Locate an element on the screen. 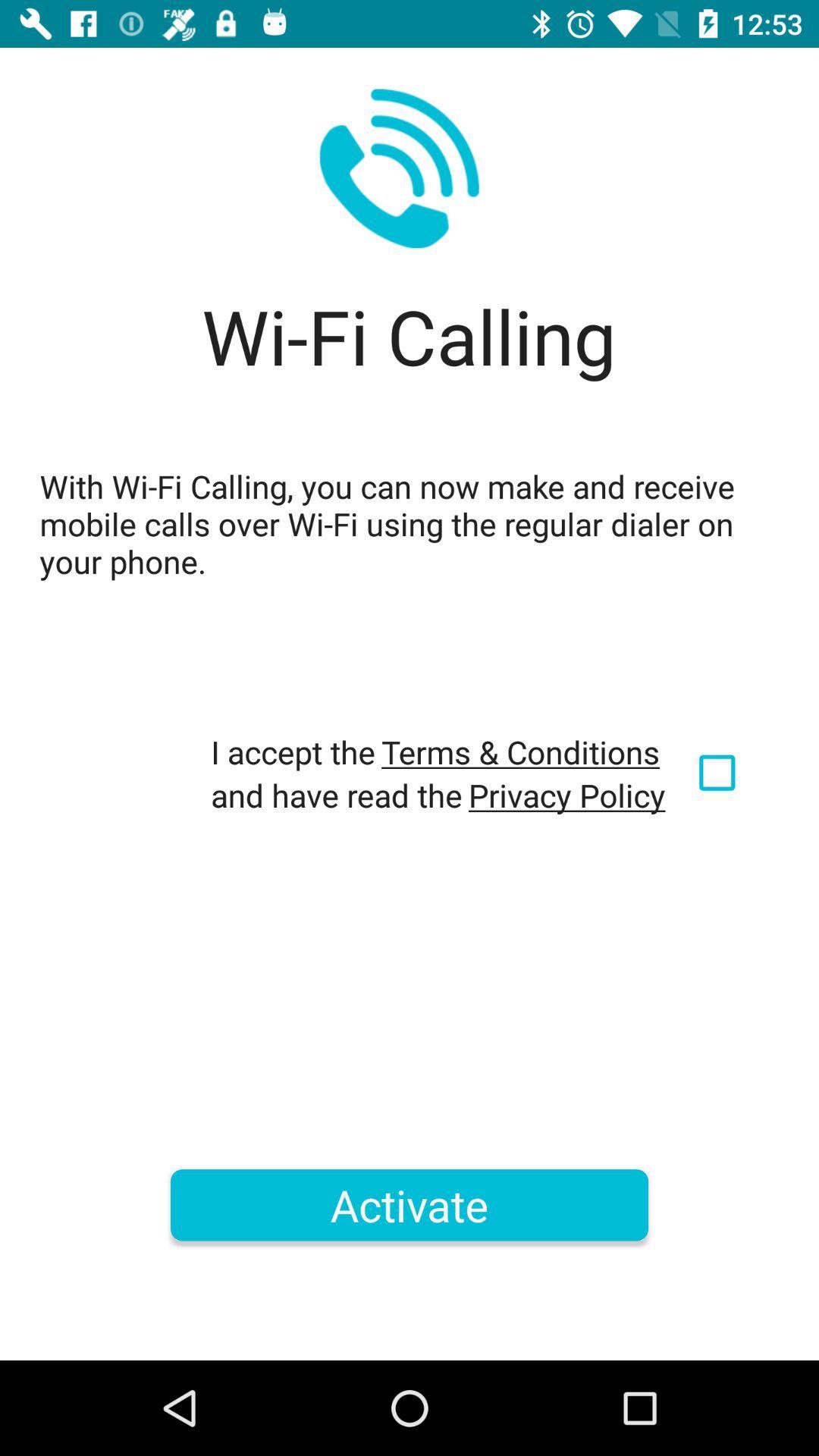 The height and width of the screenshot is (1456, 819). the terms & conditions item is located at coordinates (519, 752).